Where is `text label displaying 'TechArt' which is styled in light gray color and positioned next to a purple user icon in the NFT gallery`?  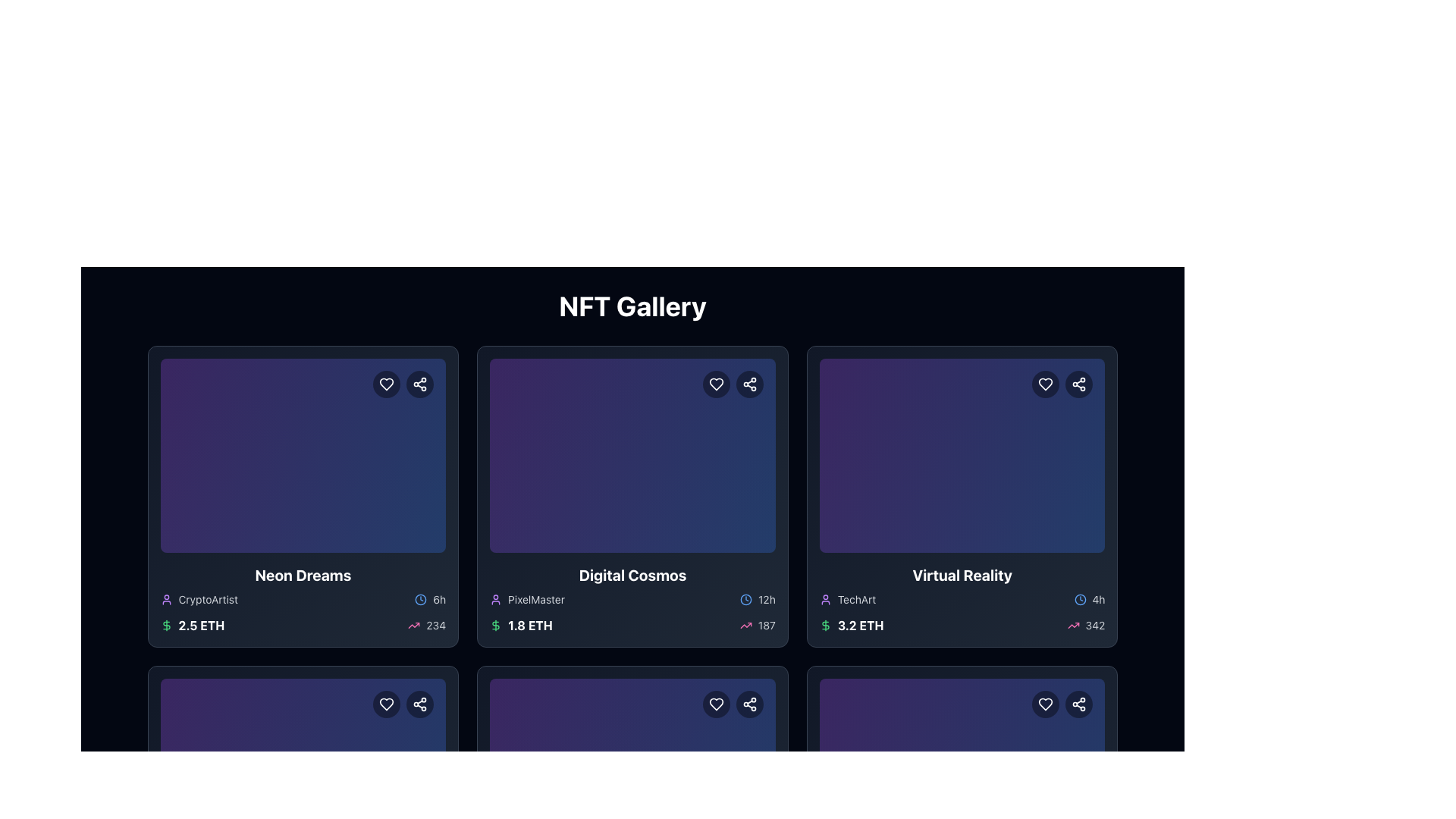 text label displaying 'TechArt' which is styled in light gray color and positioned next to a purple user icon in the NFT gallery is located at coordinates (847, 598).